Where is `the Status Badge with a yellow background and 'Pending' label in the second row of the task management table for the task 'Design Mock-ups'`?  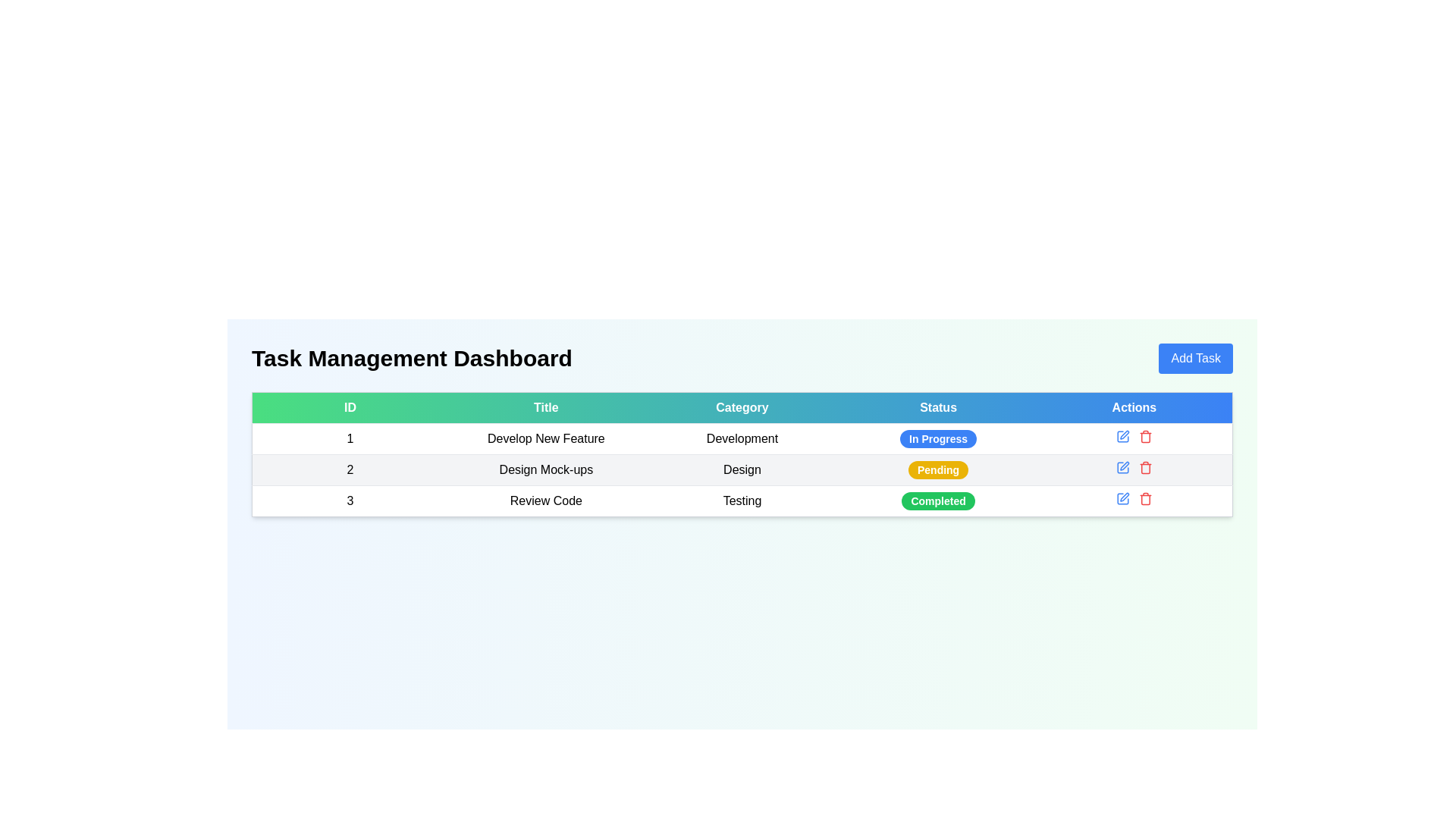
the Status Badge with a yellow background and 'Pending' label in the second row of the task management table for the task 'Design Mock-ups' is located at coordinates (937, 469).